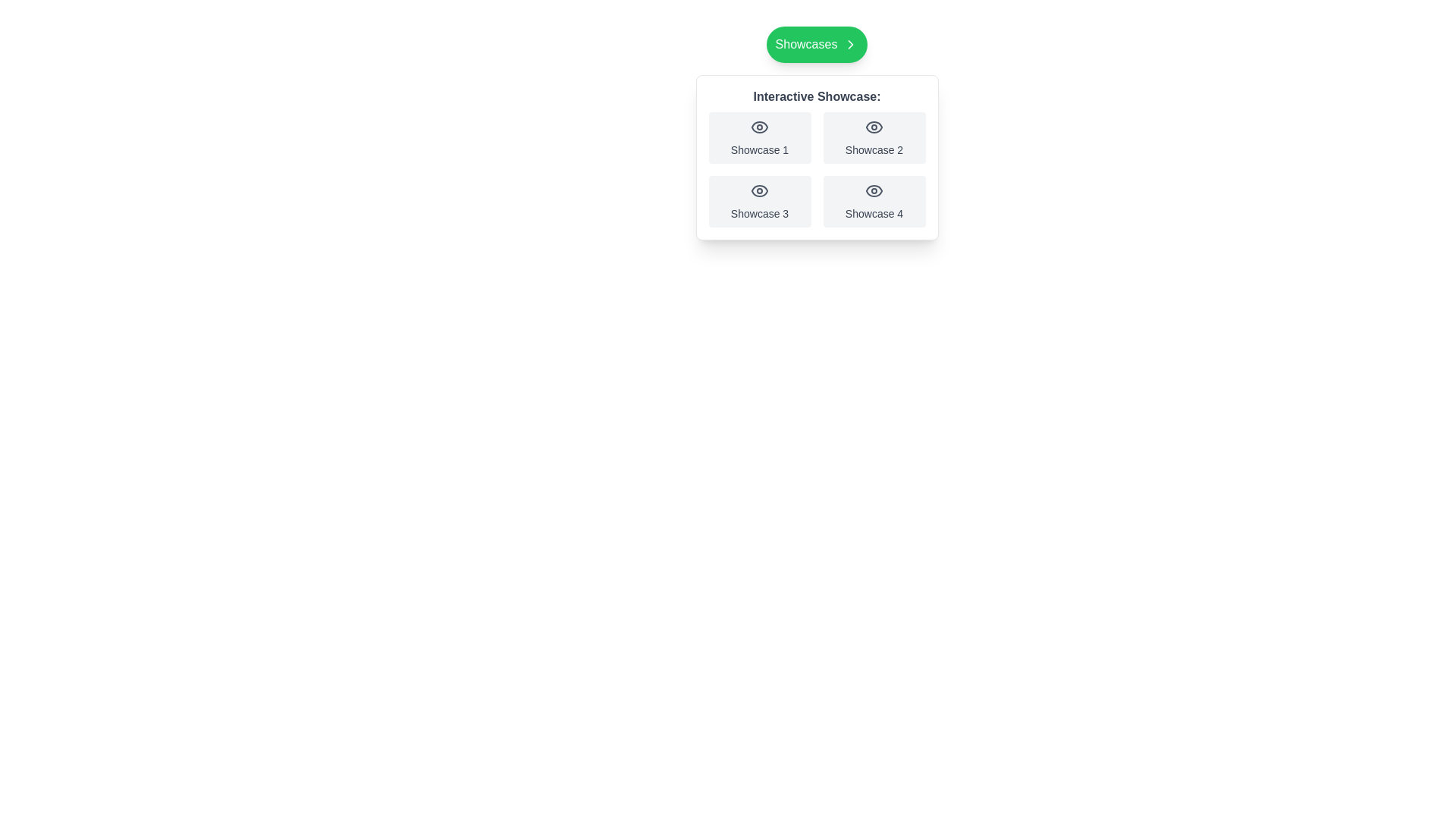 The width and height of the screenshot is (1456, 819). What do you see at coordinates (851, 43) in the screenshot?
I see `the rightmost icon of the green 'Showcases' button, which indicates further navigational options related` at bounding box center [851, 43].